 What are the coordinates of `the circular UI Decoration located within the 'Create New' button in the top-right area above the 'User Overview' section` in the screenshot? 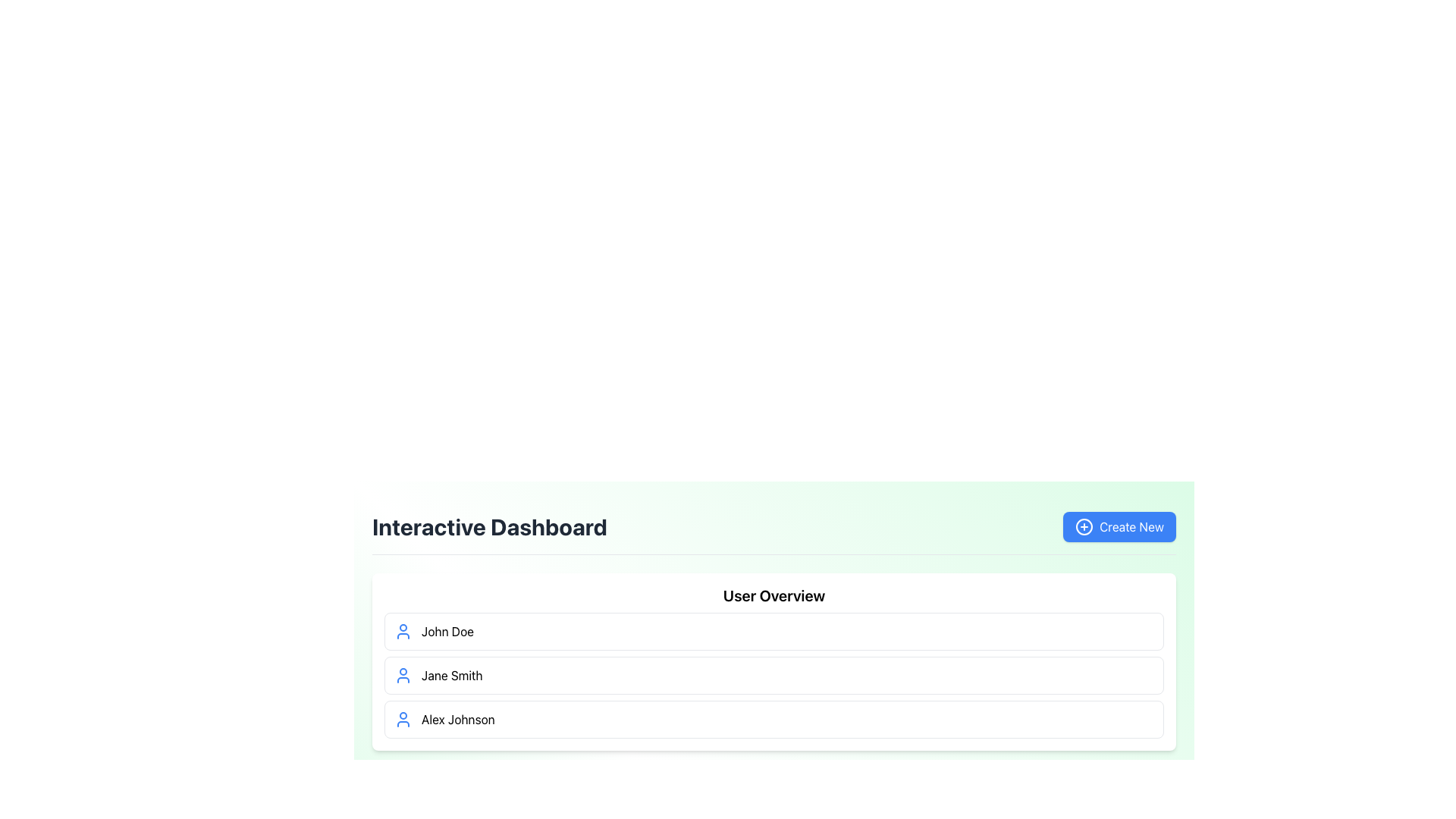 It's located at (1084, 526).